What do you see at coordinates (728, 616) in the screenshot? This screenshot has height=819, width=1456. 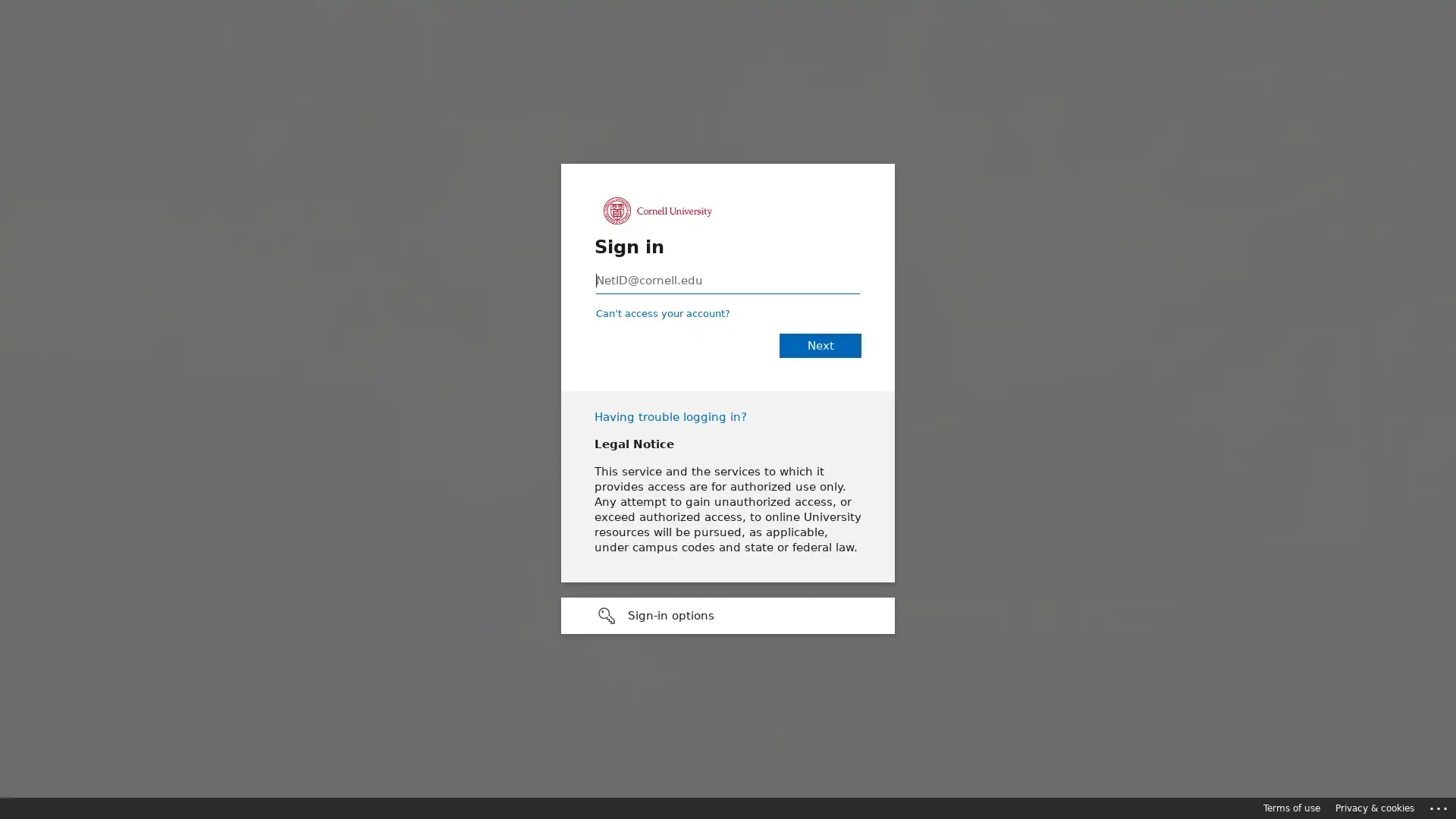 I see `Sign-in options` at bounding box center [728, 616].